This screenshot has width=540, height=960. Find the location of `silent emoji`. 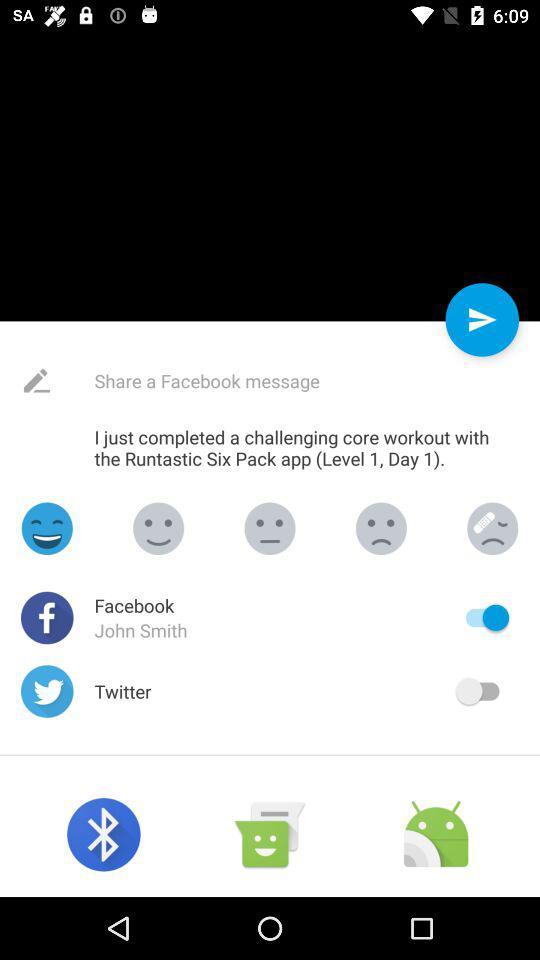

silent emoji is located at coordinates (381, 527).